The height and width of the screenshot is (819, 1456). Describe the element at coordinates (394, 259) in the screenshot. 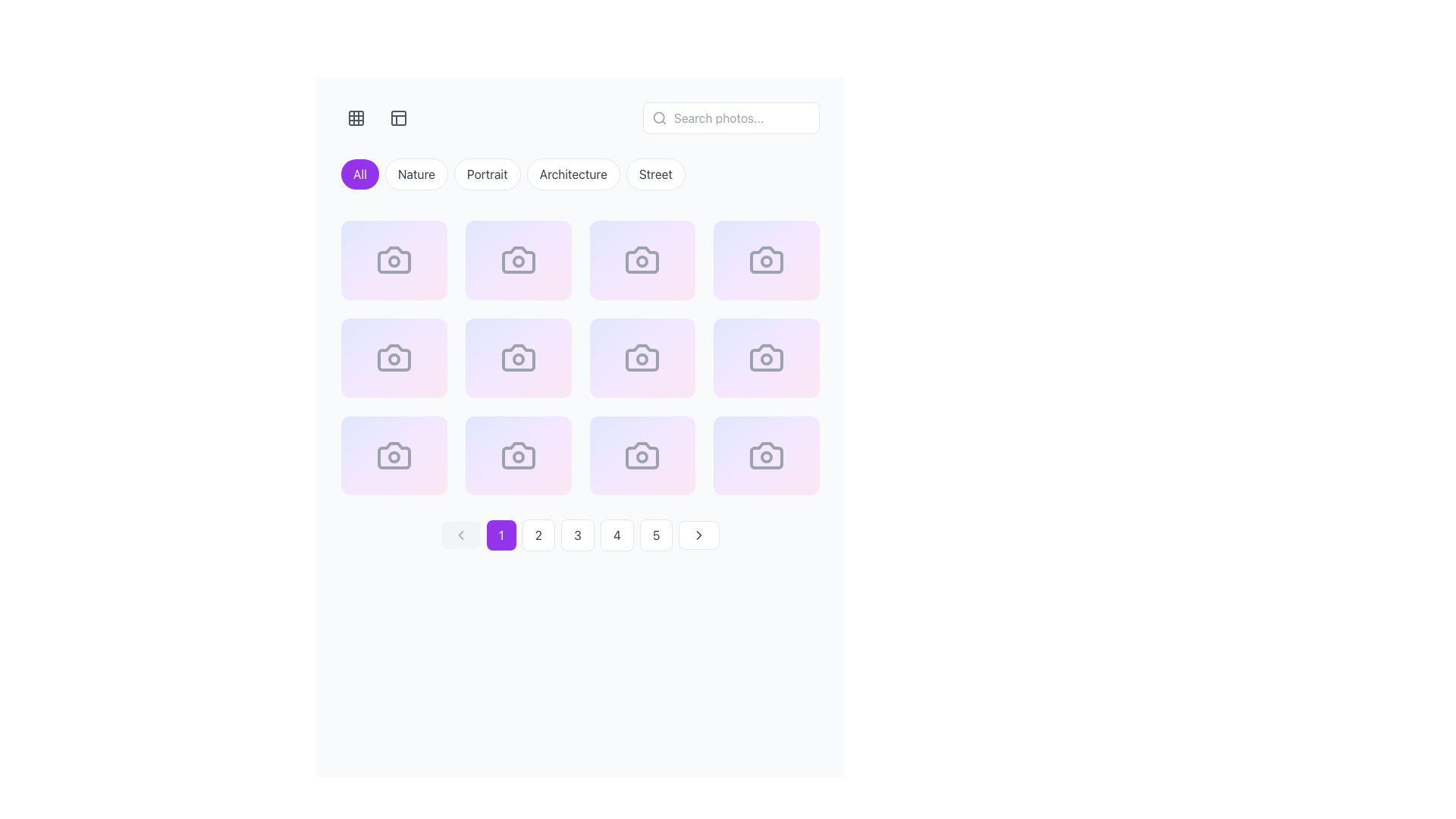

I see `the camera icon located in the first row and first column of the grid layout` at that location.